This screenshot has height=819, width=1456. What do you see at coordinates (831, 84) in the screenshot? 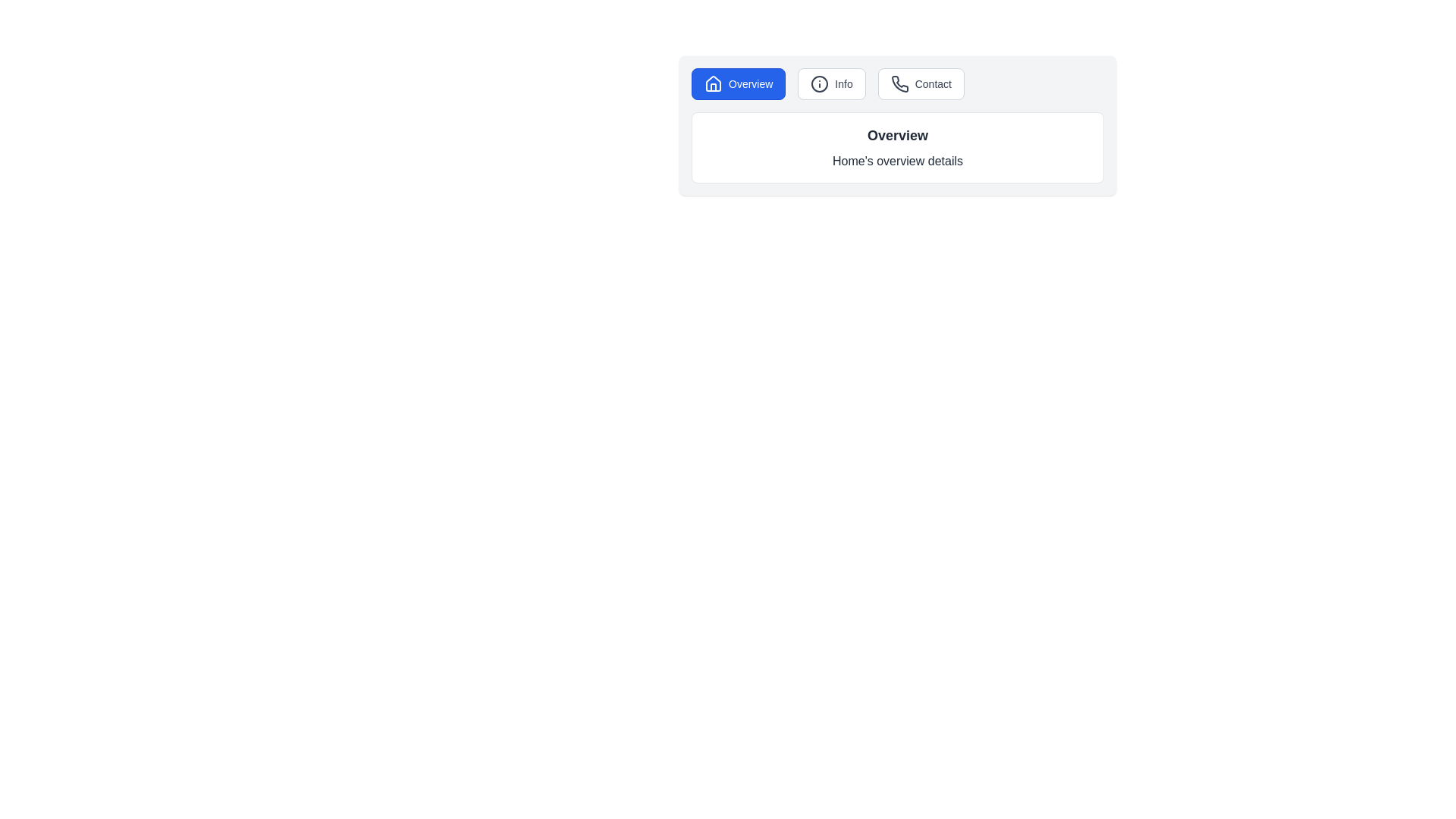
I see `the Info tab to view its content` at bounding box center [831, 84].